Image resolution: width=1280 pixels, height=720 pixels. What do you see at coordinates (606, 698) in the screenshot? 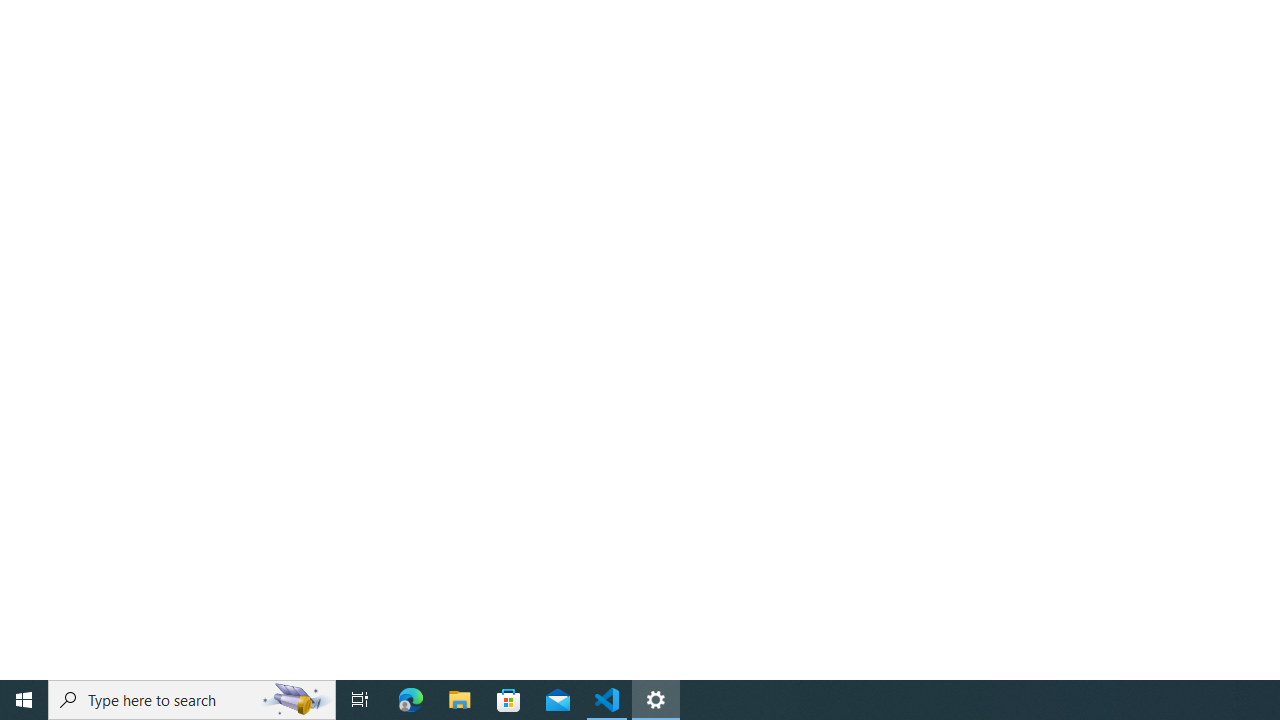
I see `'Visual Studio Code - 1 running window'` at bounding box center [606, 698].